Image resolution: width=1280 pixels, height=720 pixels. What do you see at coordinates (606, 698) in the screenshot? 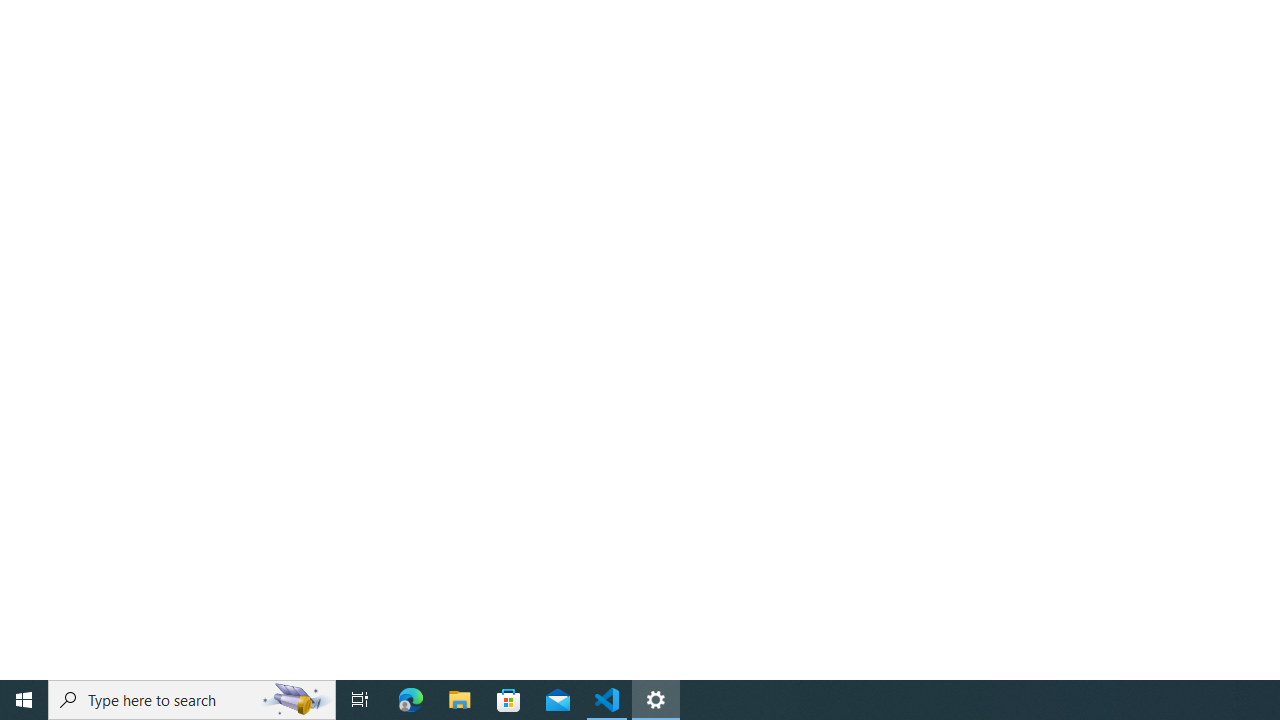
I see `'Visual Studio Code - 1 running window'` at bounding box center [606, 698].